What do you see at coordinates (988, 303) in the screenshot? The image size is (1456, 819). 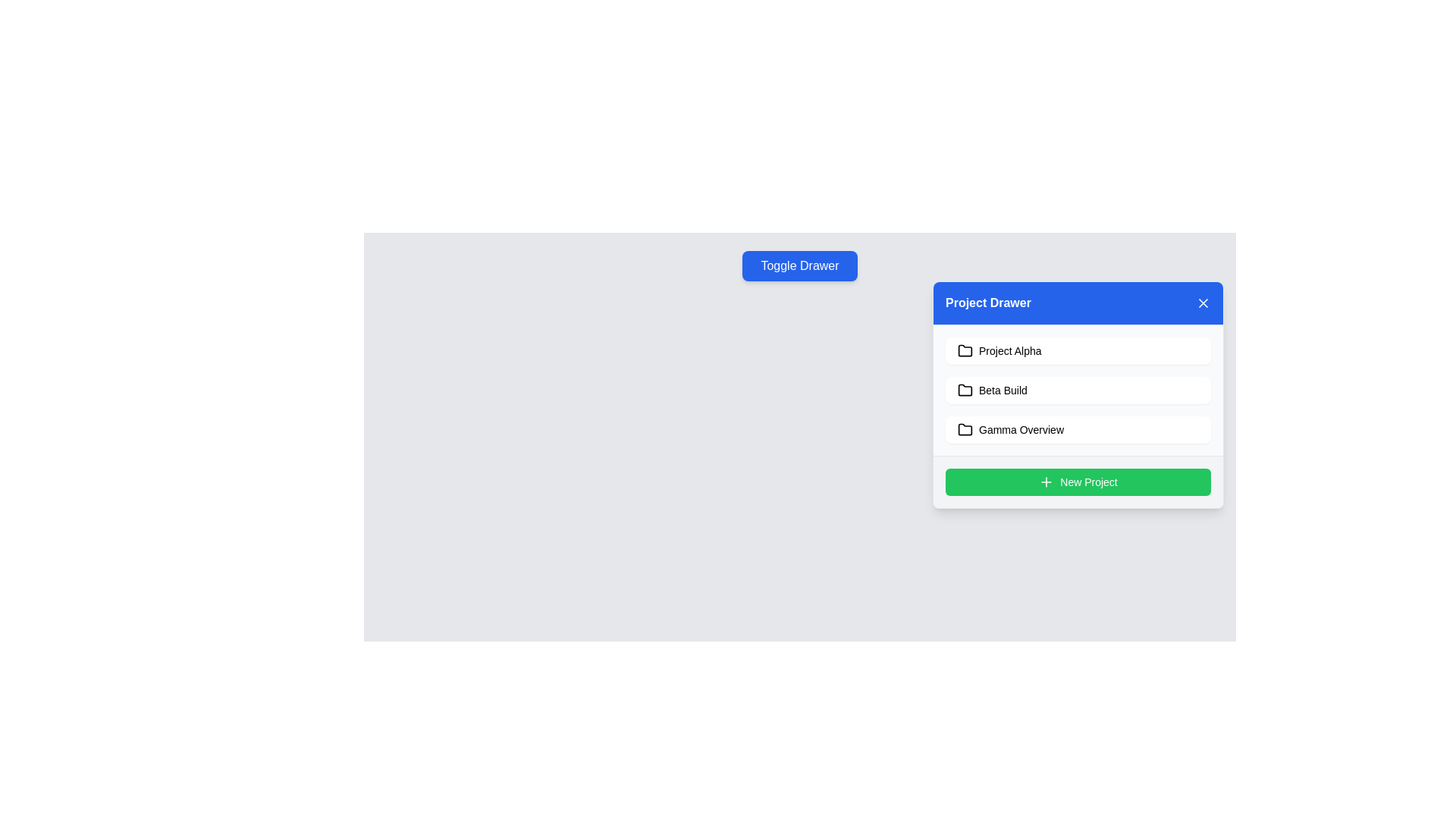 I see `the 'Project Drawer' text label, which is styled in bold white font against a blue background at the top of a floating panel` at bounding box center [988, 303].